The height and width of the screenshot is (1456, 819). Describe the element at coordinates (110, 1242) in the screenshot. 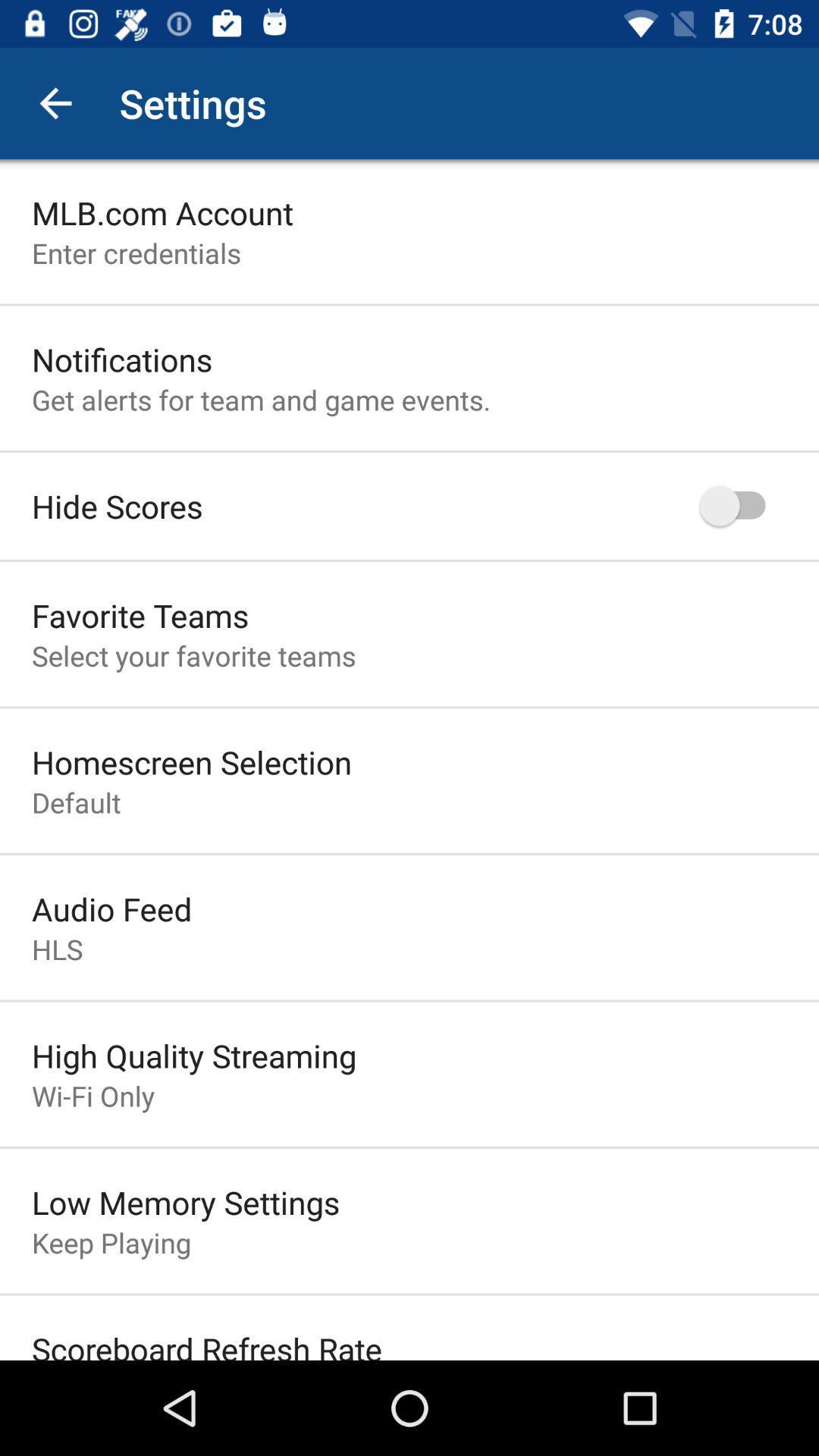

I see `keep playing icon` at that location.